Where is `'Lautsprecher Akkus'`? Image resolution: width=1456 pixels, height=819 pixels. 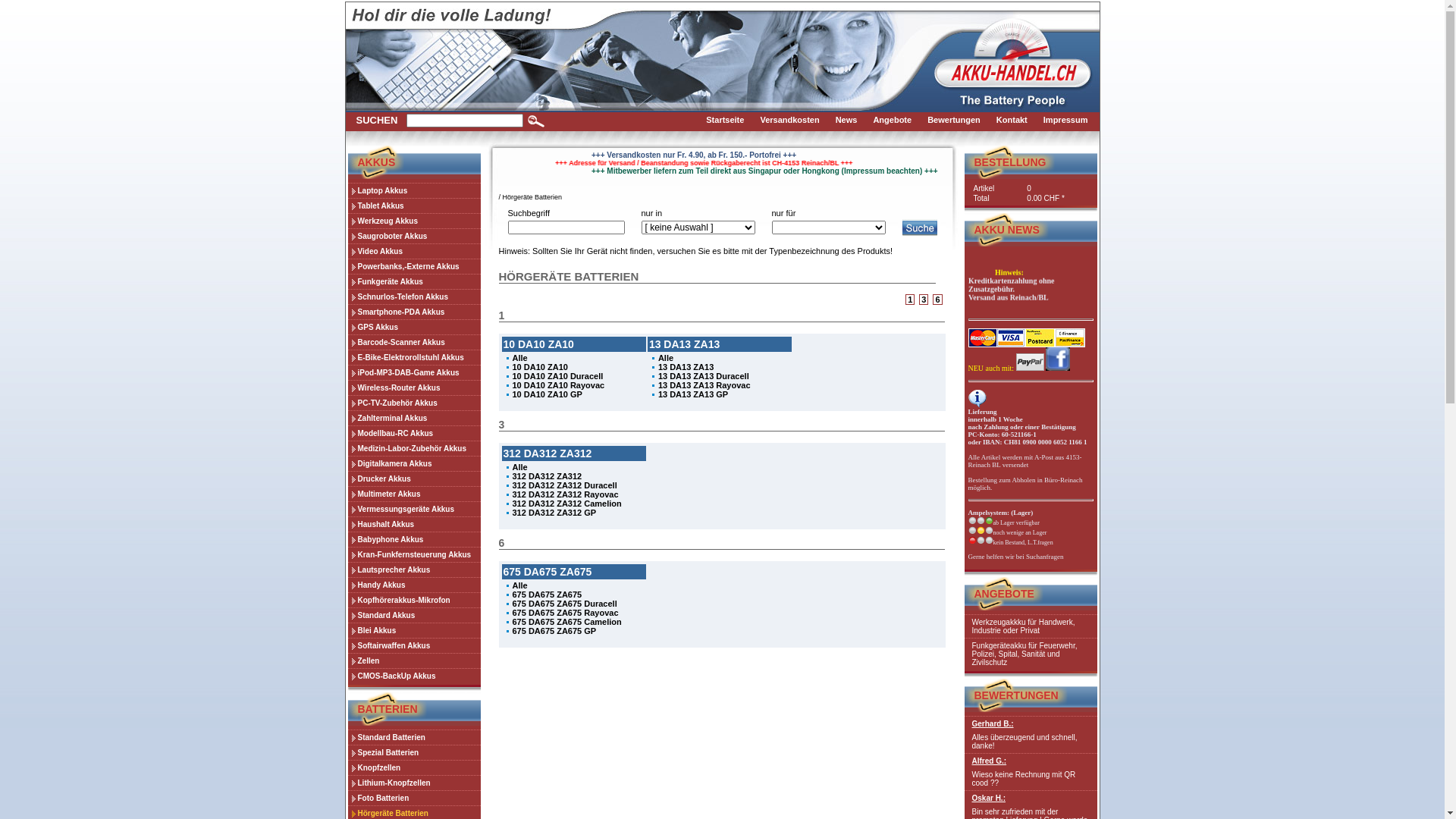 'Lautsprecher Akkus' is located at coordinates (413, 570).